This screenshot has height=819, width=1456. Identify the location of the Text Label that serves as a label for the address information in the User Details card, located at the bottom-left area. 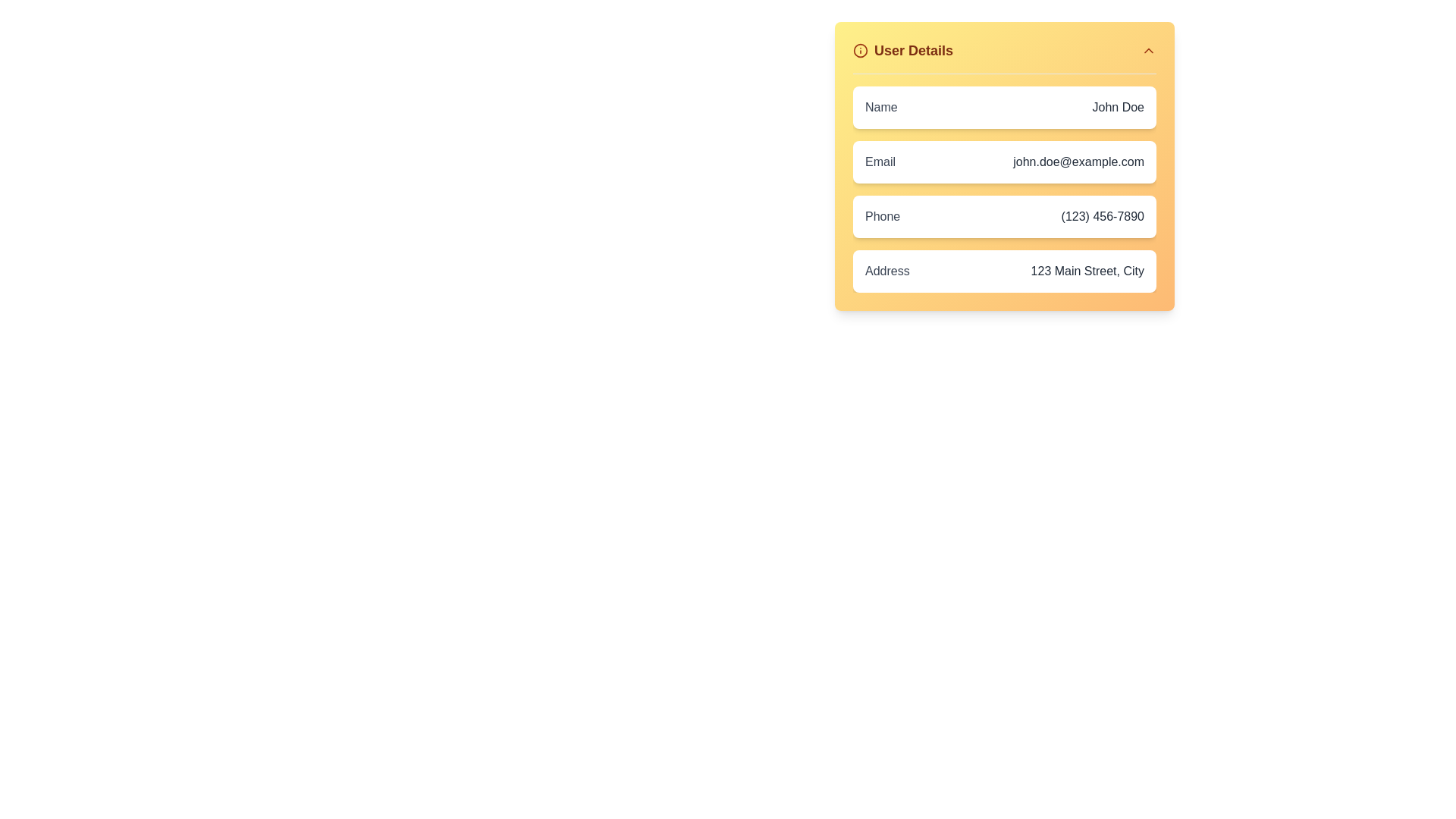
(887, 271).